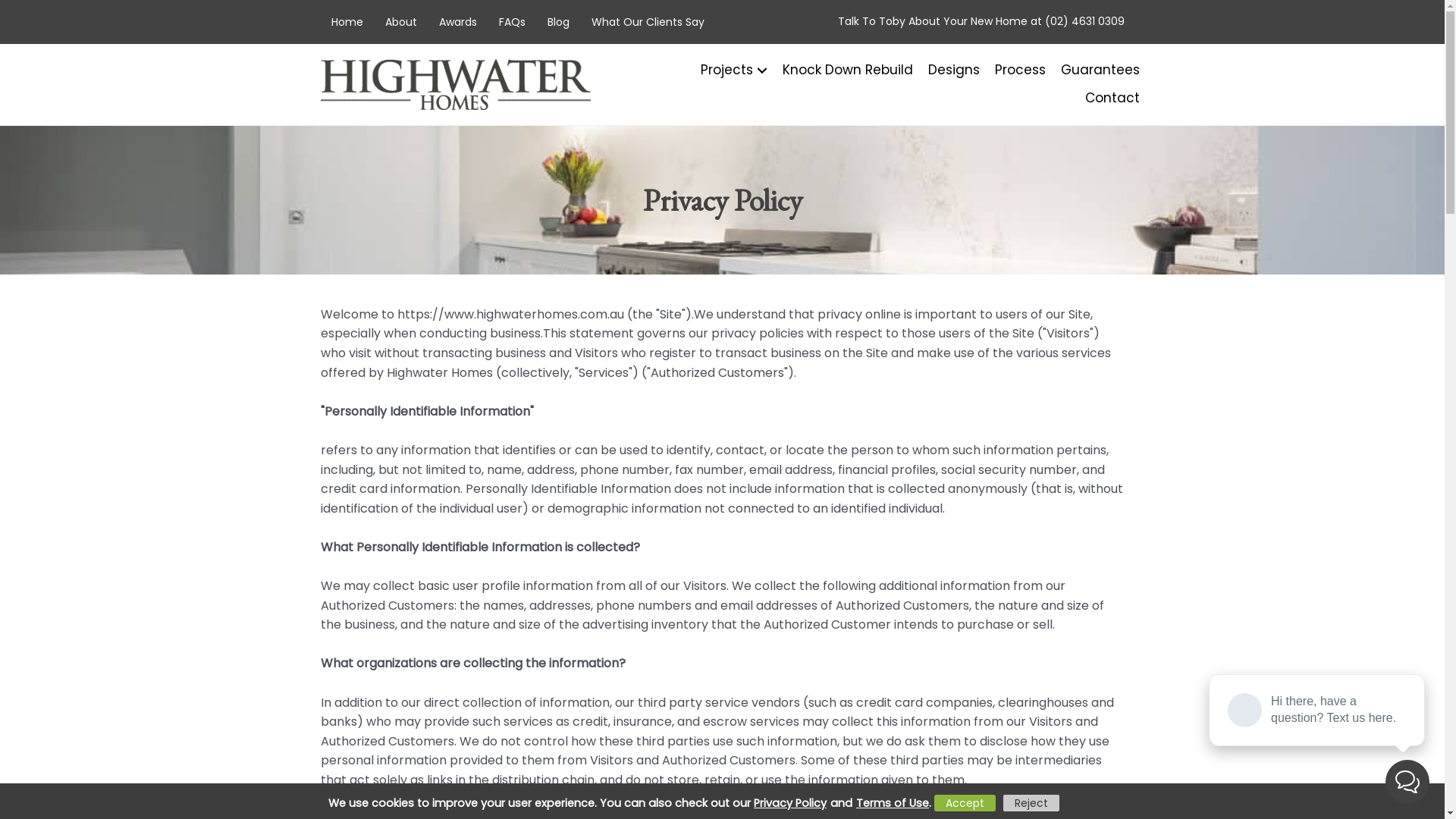  What do you see at coordinates (1043, 20) in the screenshot?
I see `'(02) 4631 0309'` at bounding box center [1043, 20].